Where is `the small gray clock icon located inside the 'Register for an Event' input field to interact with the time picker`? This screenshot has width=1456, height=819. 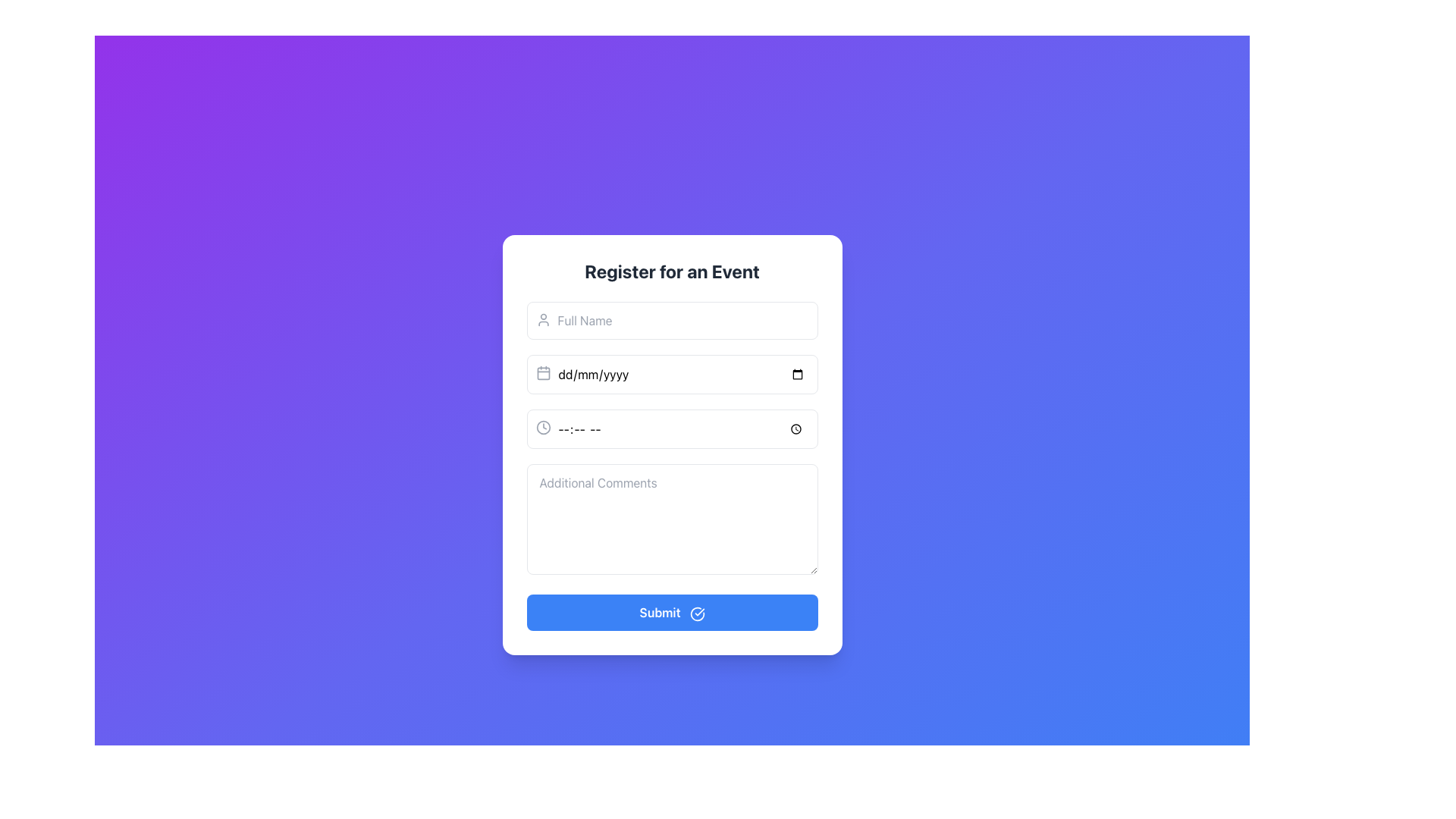
the small gray clock icon located inside the 'Register for an Event' input field to interact with the time picker is located at coordinates (543, 427).